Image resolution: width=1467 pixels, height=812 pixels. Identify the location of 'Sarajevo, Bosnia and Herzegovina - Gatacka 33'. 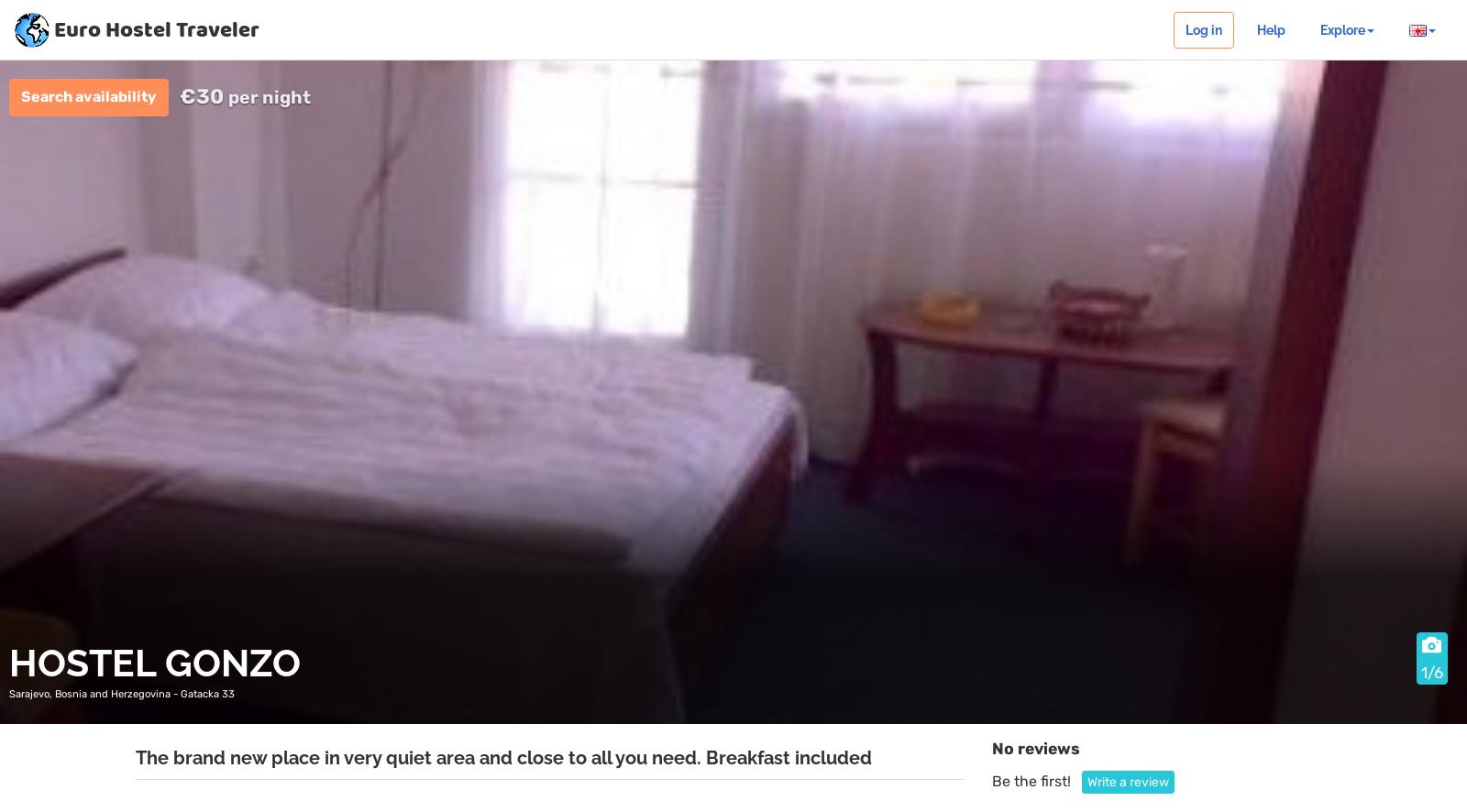
(120, 692).